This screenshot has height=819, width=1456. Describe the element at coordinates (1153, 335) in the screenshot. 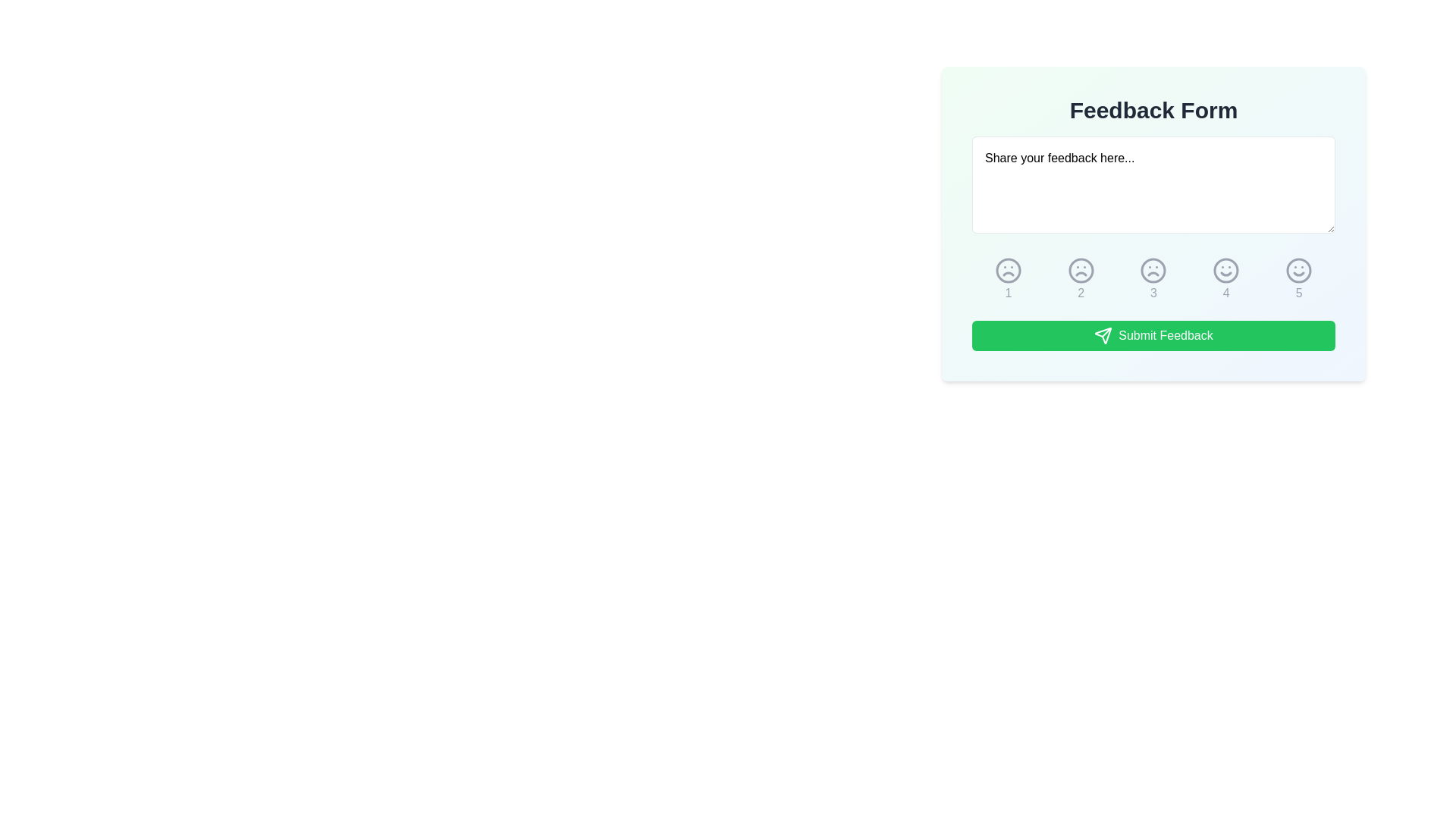

I see `the rectangular 'Submit Feedback' button with a green background and white text` at that location.